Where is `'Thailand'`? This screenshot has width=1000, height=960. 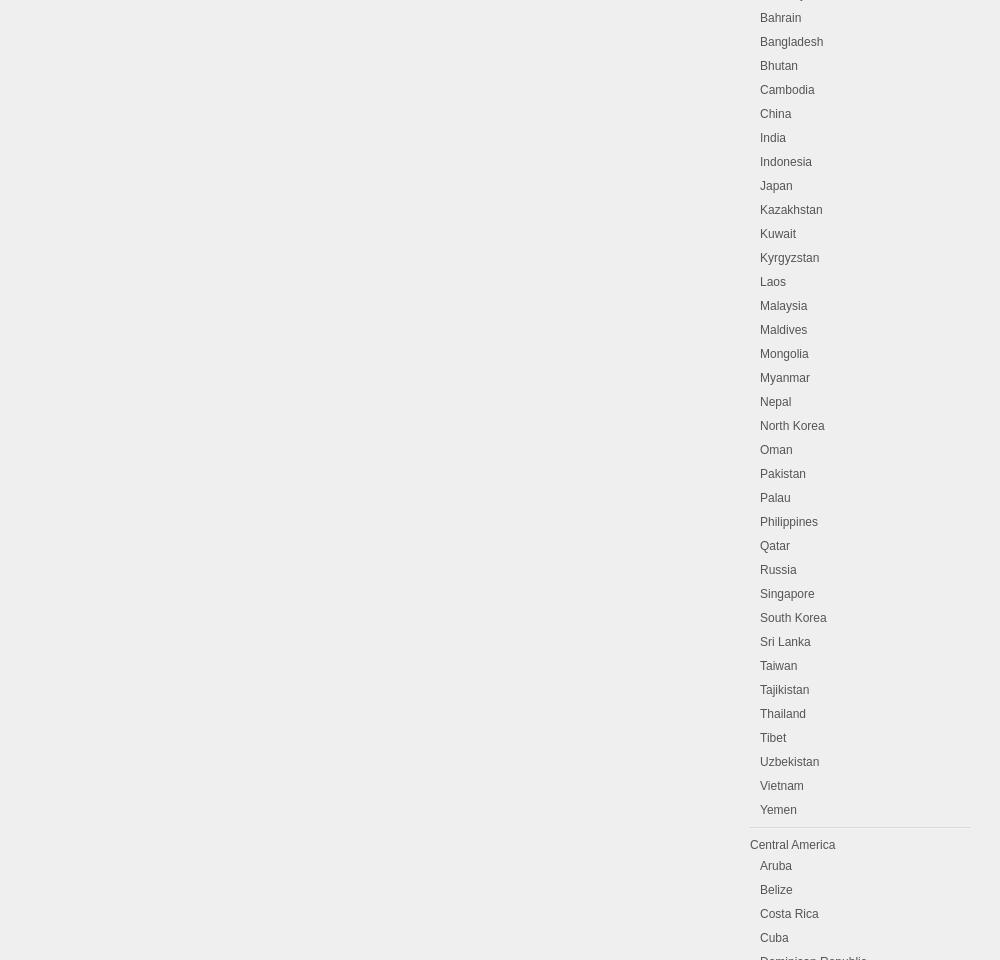 'Thailand' is located at coordinates (783, 714).